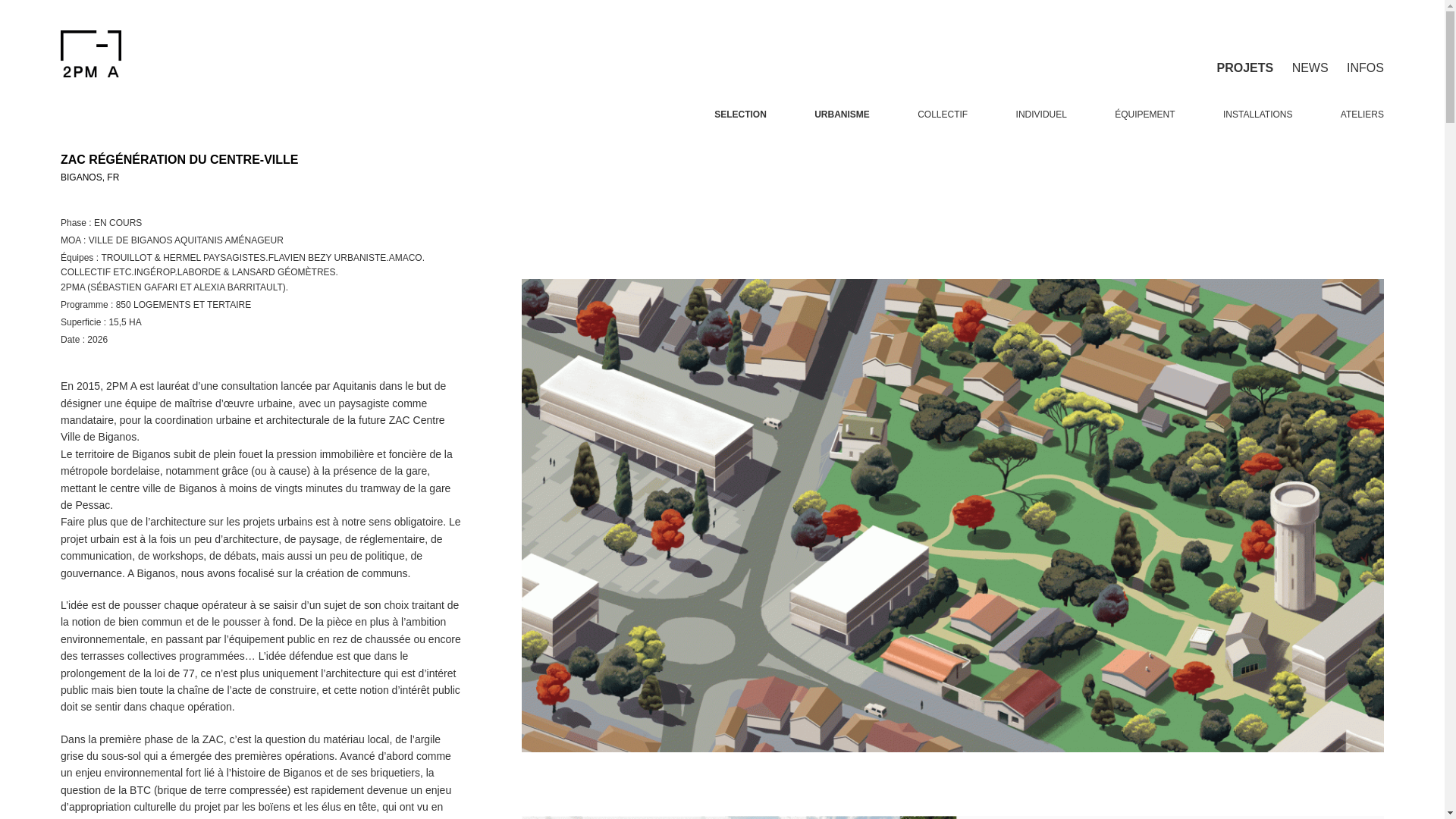  What do you see at coordinates (1040, 102) in the screenshot?
I see `'INDIVIDUEL'` at bounding box center [1040, 102].